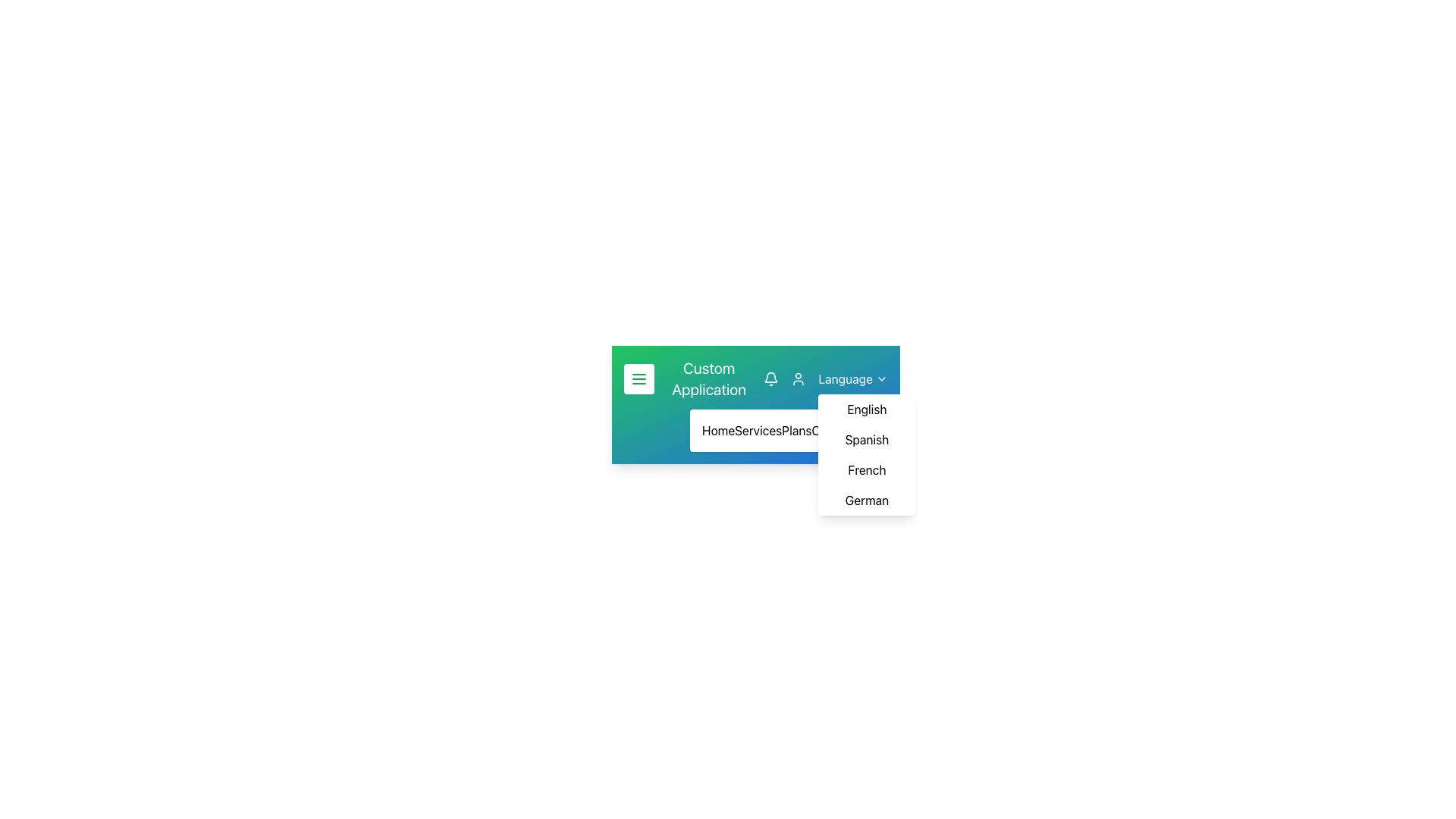 The image size is (1456, 819). What do you see at coordinates (756, 430) in the screenshot?
I see `the Text-based Navigation Bar located in a white rectangular background` at bounding box center [756, 430].